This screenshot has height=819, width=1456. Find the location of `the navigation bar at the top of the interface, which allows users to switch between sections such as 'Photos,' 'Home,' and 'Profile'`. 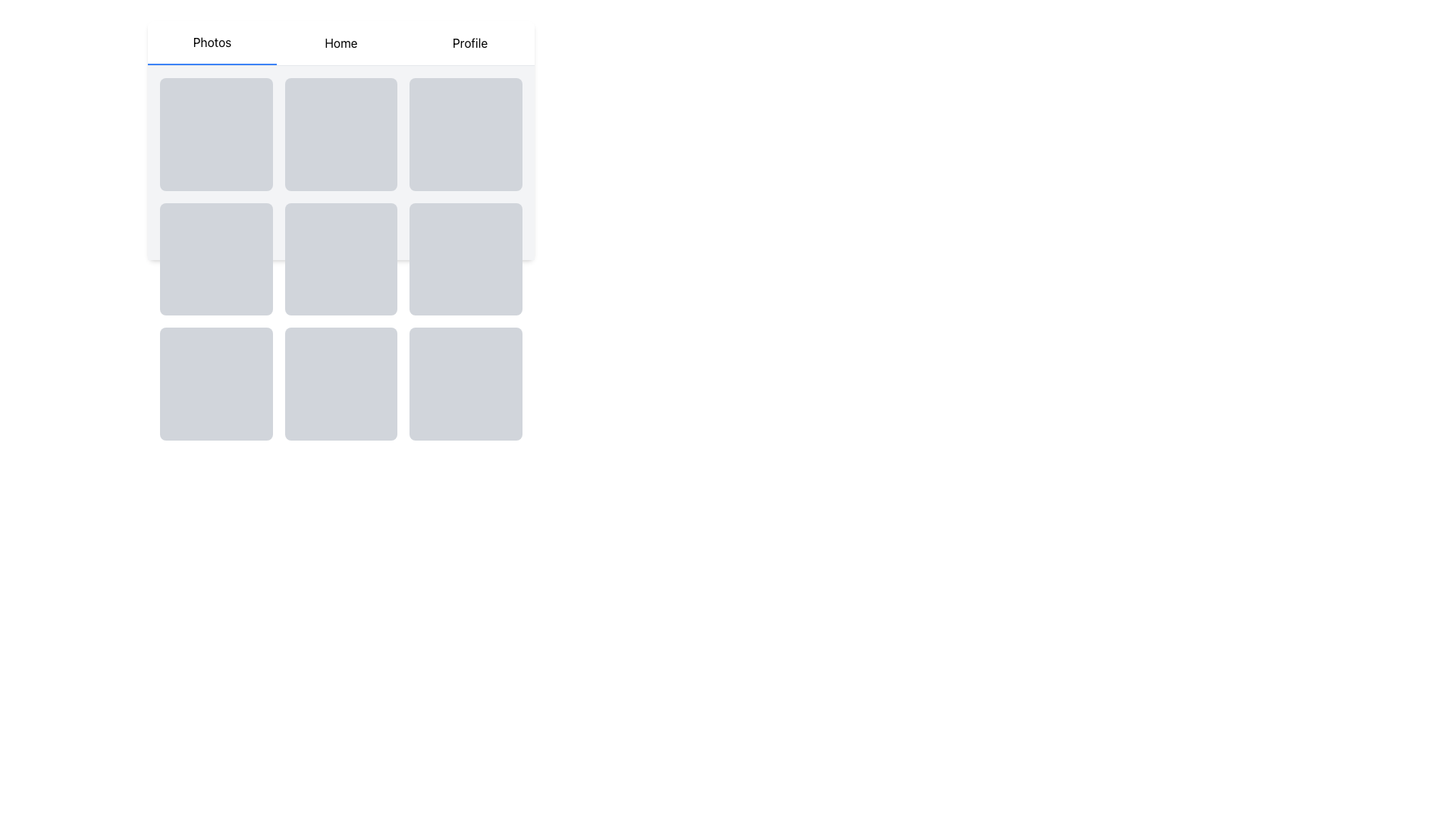

the navigation bar at the top of the interface, which allows users to switch between sections such as 'Photos,' 'Home,' and 'Profile' is located at coordinates (340, 42).